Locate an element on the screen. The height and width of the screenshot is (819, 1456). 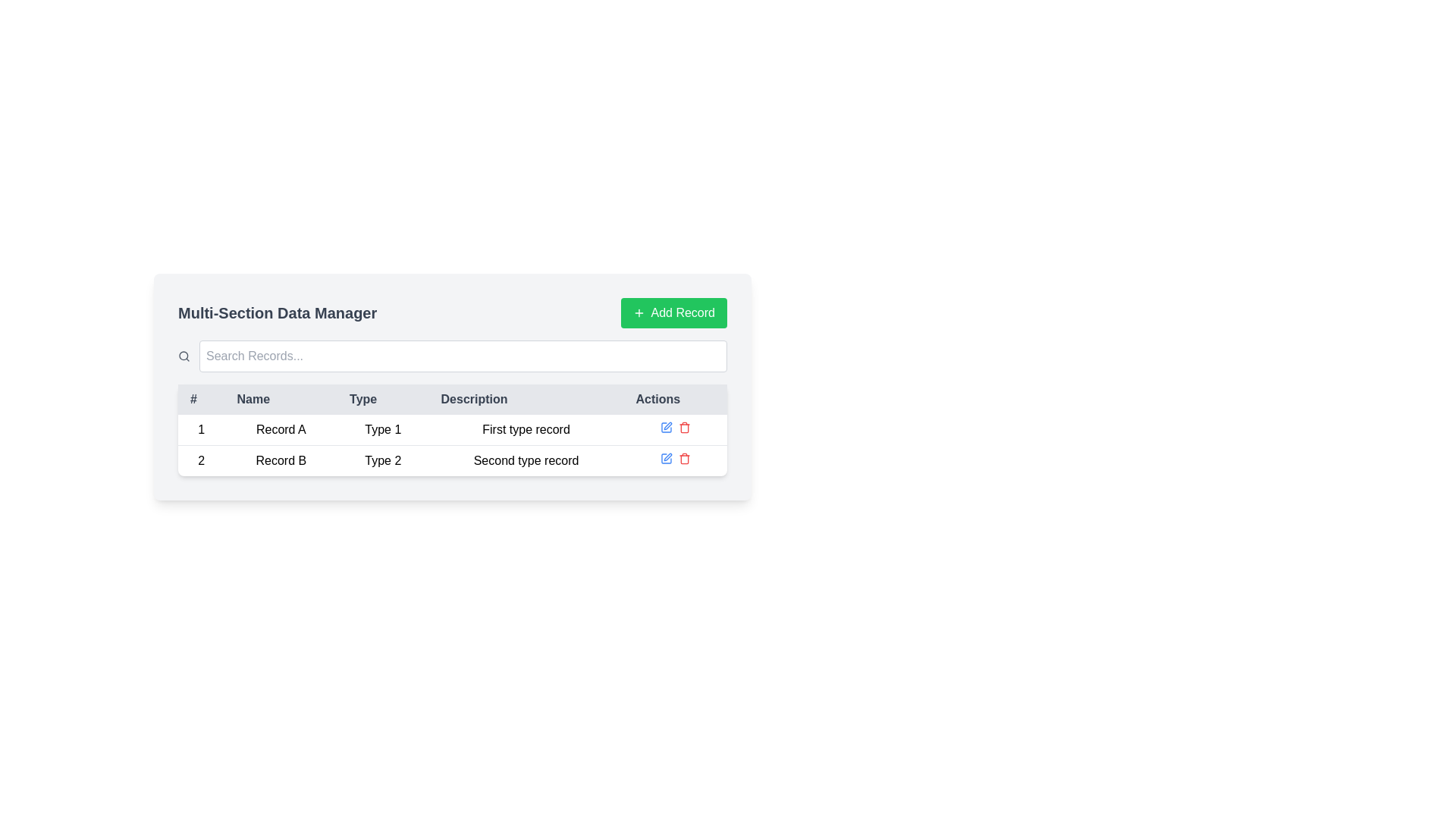
the static text label in the third column of the first row of the 'Multi-Section Data Manager' table, which denotes the type classification of the record is located at coordinates (383, 430).